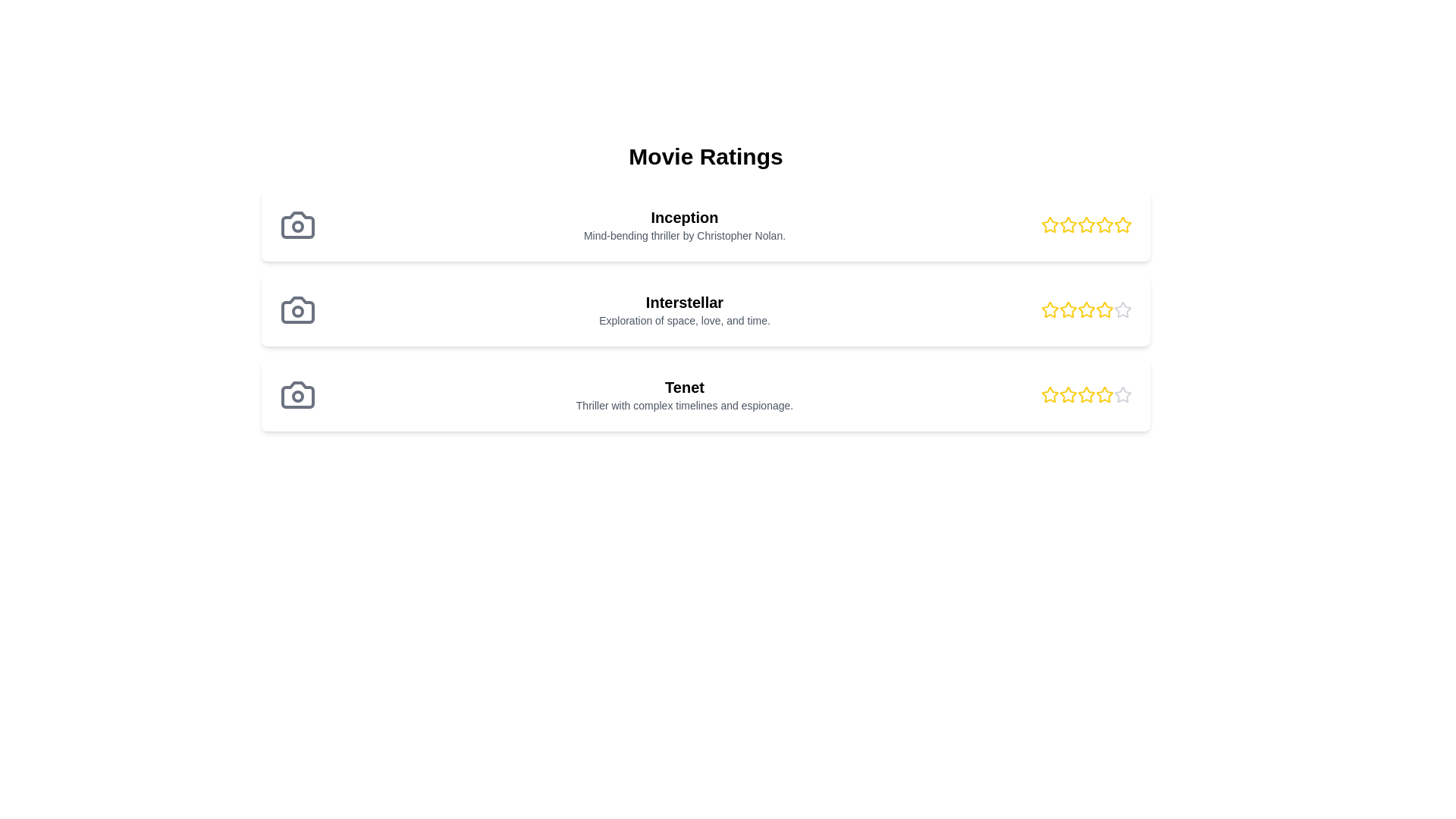 The image size is (1456, 819). I want to click on the third hollow yellow star in the rating widget for the movie 'Tenet', so click(1068, 394).